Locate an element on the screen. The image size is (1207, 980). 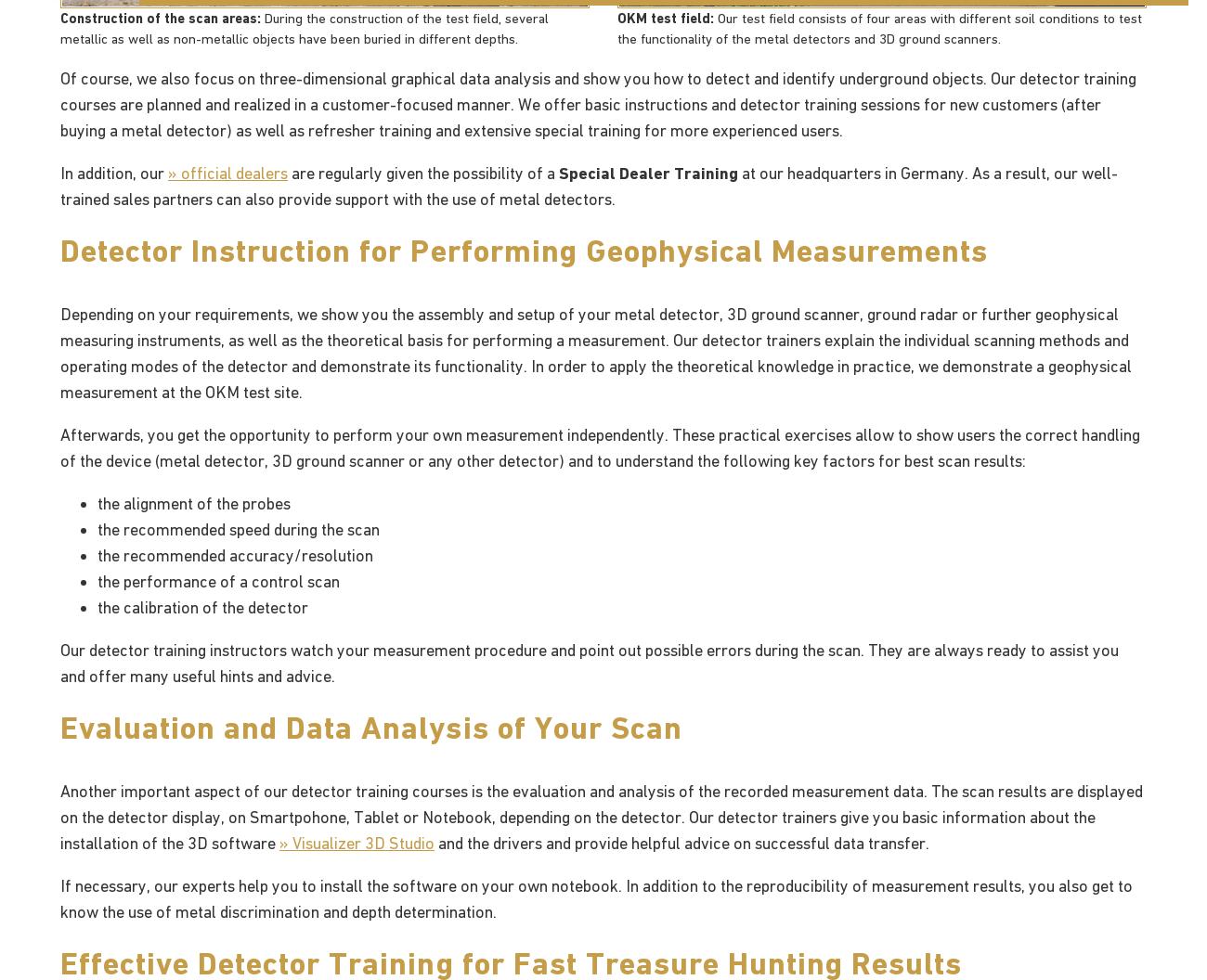
'Our test field consists of four areas with different soil conditions to test the functionality of the metal detectors and 3D ground scanners.' is located at coordinates (879, 27).